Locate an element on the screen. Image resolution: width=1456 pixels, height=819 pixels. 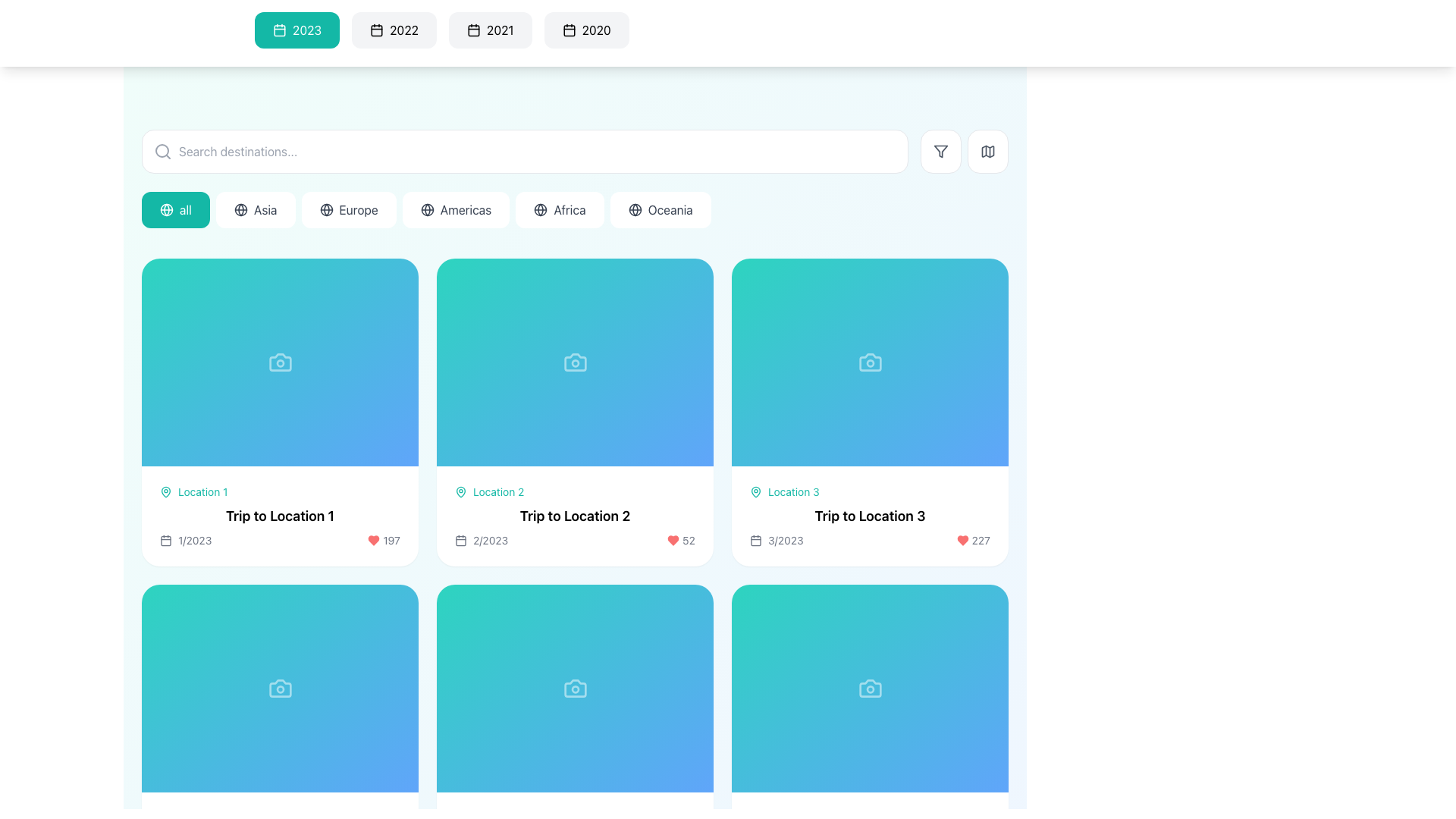
the share button located in the top-right corner of the first card in the grid layout is located at coordinates (393, 284).